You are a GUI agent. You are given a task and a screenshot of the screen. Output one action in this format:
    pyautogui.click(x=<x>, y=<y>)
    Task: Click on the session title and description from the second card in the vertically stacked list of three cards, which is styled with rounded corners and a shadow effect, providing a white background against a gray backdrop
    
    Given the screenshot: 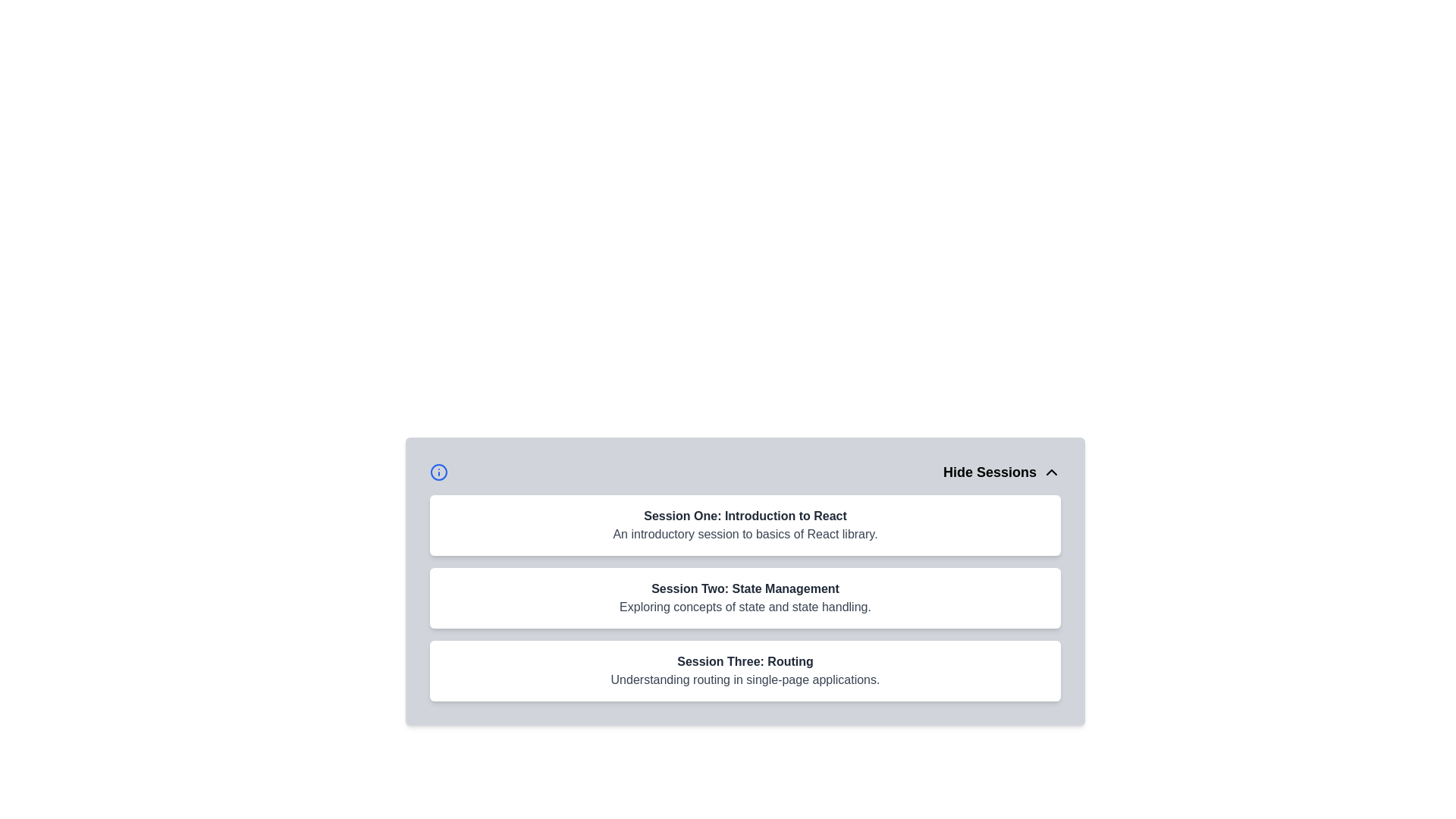 What is the action you would take?
    pyautogui.click(x=745, y=581)
    